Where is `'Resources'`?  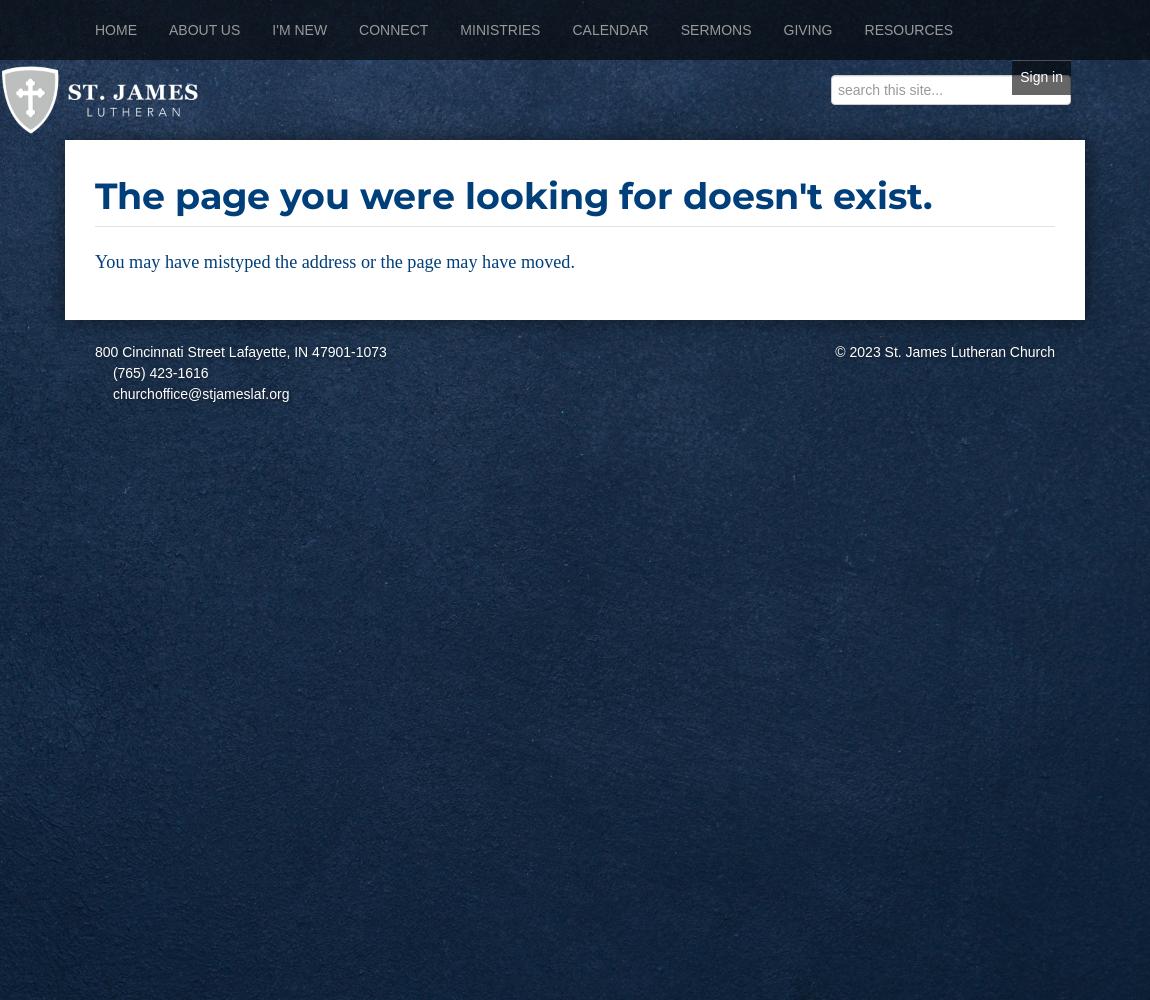 'Resources' is located at coordinates (863, 30).